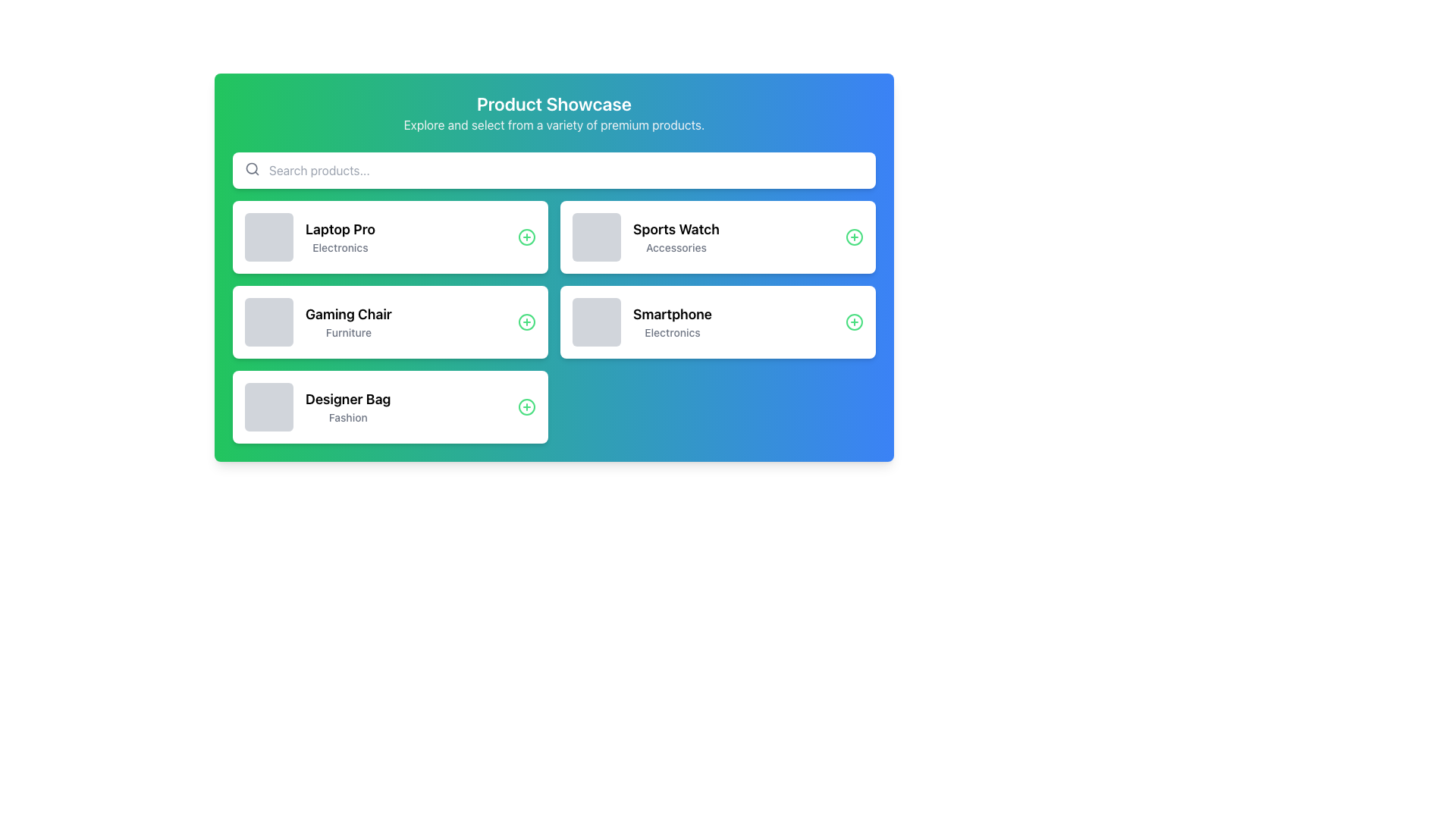 The image size is (1456, 819). What do you see at coordinates (672, 321) in the screenshot?
I see `the text block displaying 'Smartphone' and 'Electronics'` at bounding box center [672, 321].